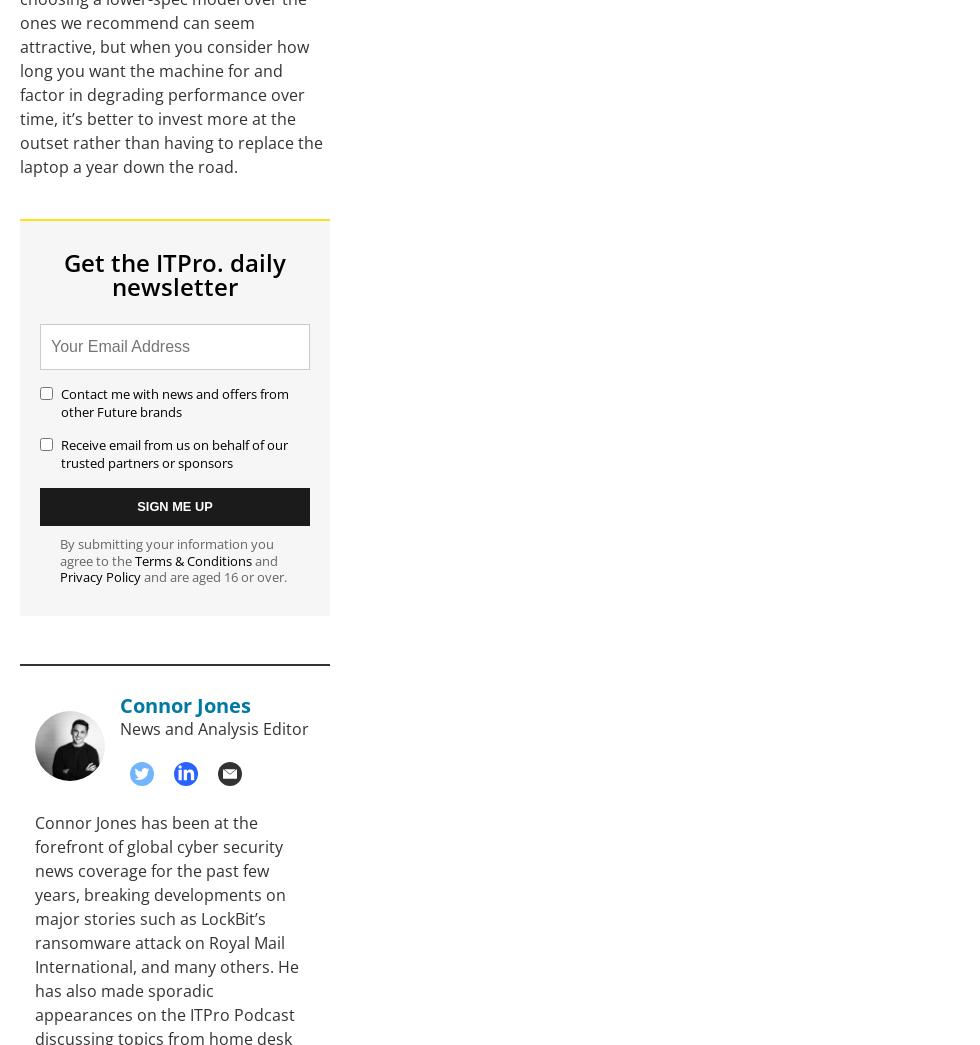  What do you see at coordinates (193, 560) in the screenshot?
I see `'Terms & Conditions'` at bounding box center [193, 560].